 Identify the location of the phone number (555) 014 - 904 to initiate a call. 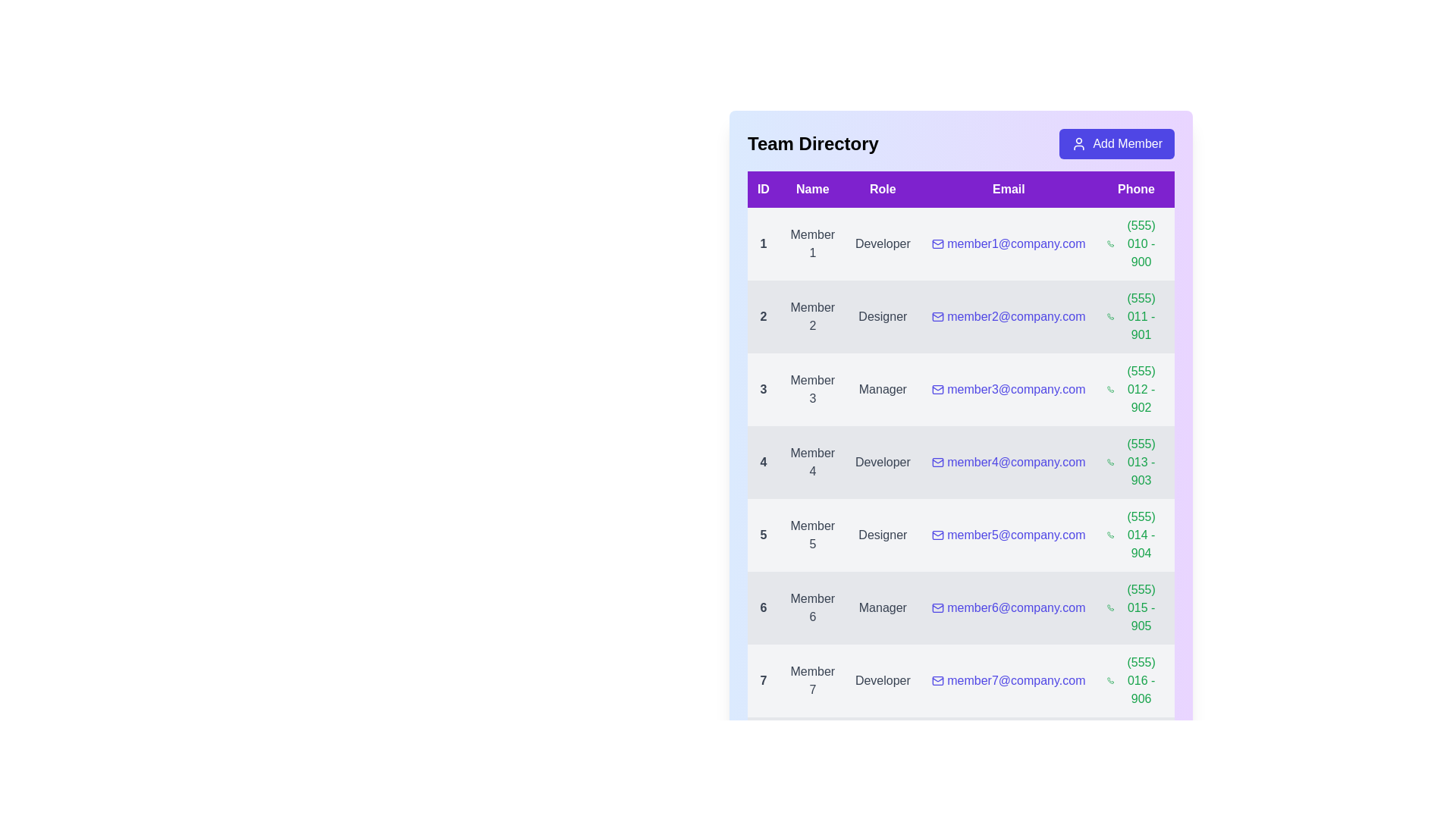
(1136, 534).